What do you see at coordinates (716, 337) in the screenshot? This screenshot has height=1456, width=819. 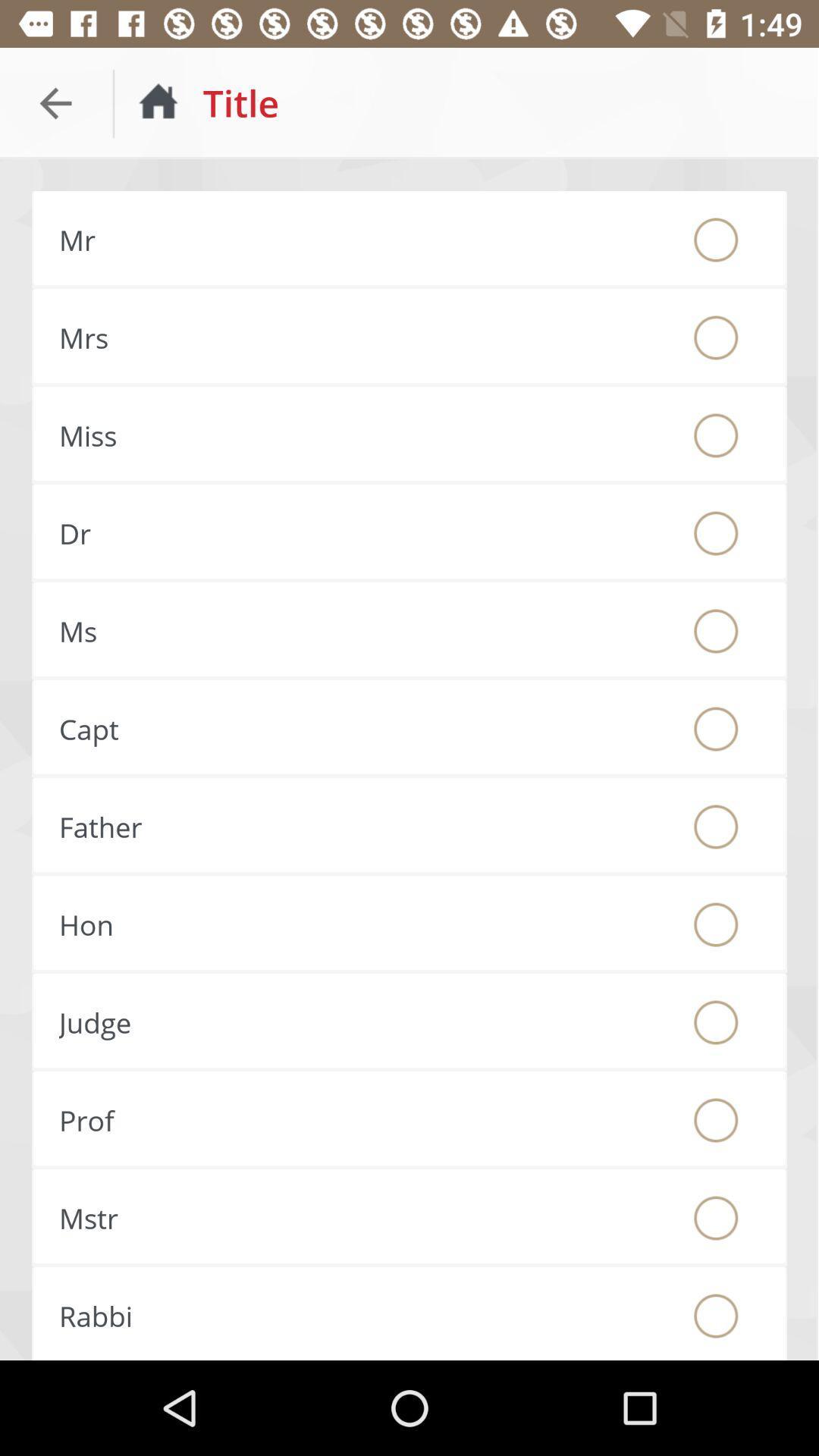 I see `choose mrs. title` at bounding box center [716, 337].